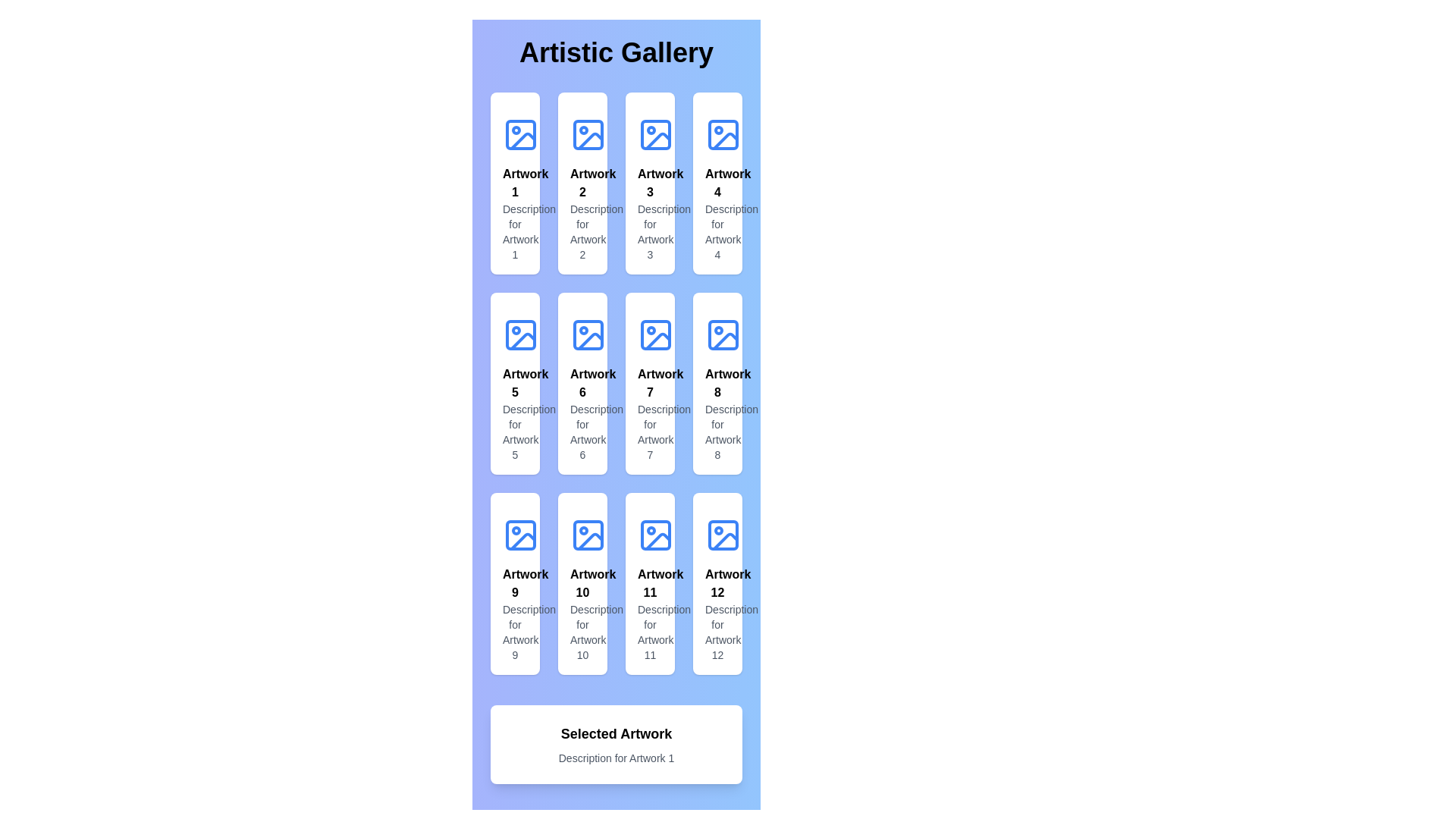 Image resolution: width=1456 pixels, height=819 pixels. What do you see at coordinates (588, 534) in the screenshot?
I see `the icon depicting a picture frame with a circular element resembling a sun or moon, located at the top center of the 'Artwork 10' card` at bounding box center [588, 534].